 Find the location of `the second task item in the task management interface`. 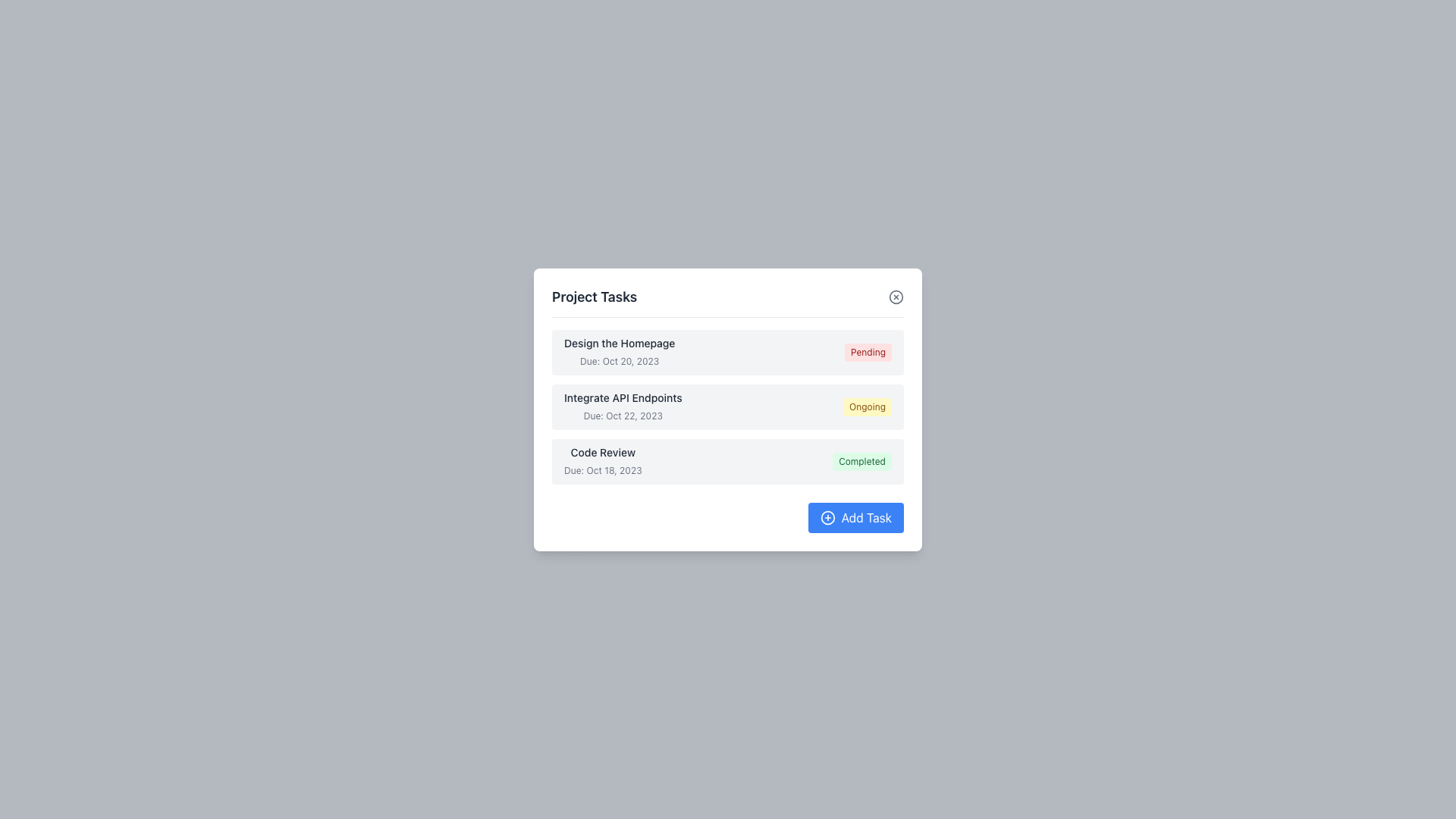

the second task item in the task management interface is located at coordinates (728, 406).